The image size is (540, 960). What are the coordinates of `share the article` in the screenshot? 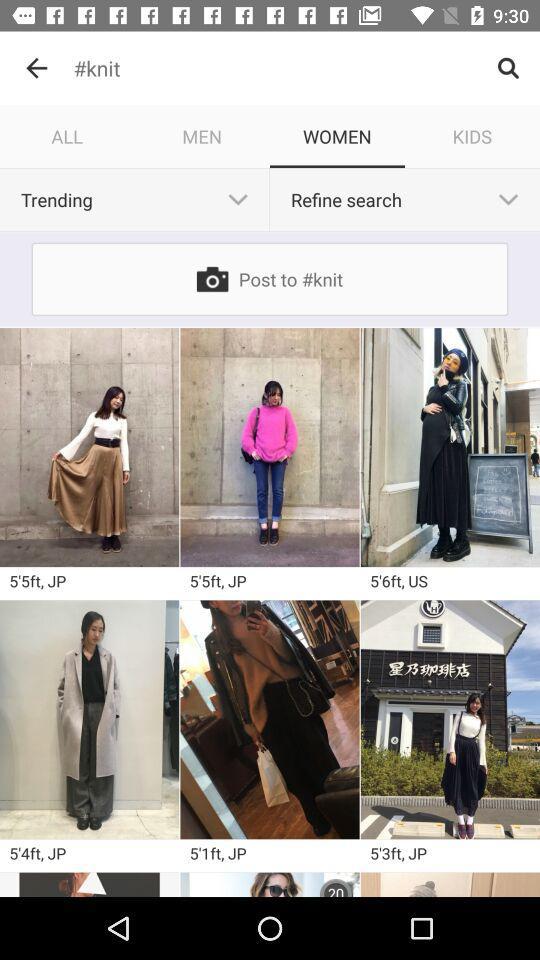 It's located at (270, 883).